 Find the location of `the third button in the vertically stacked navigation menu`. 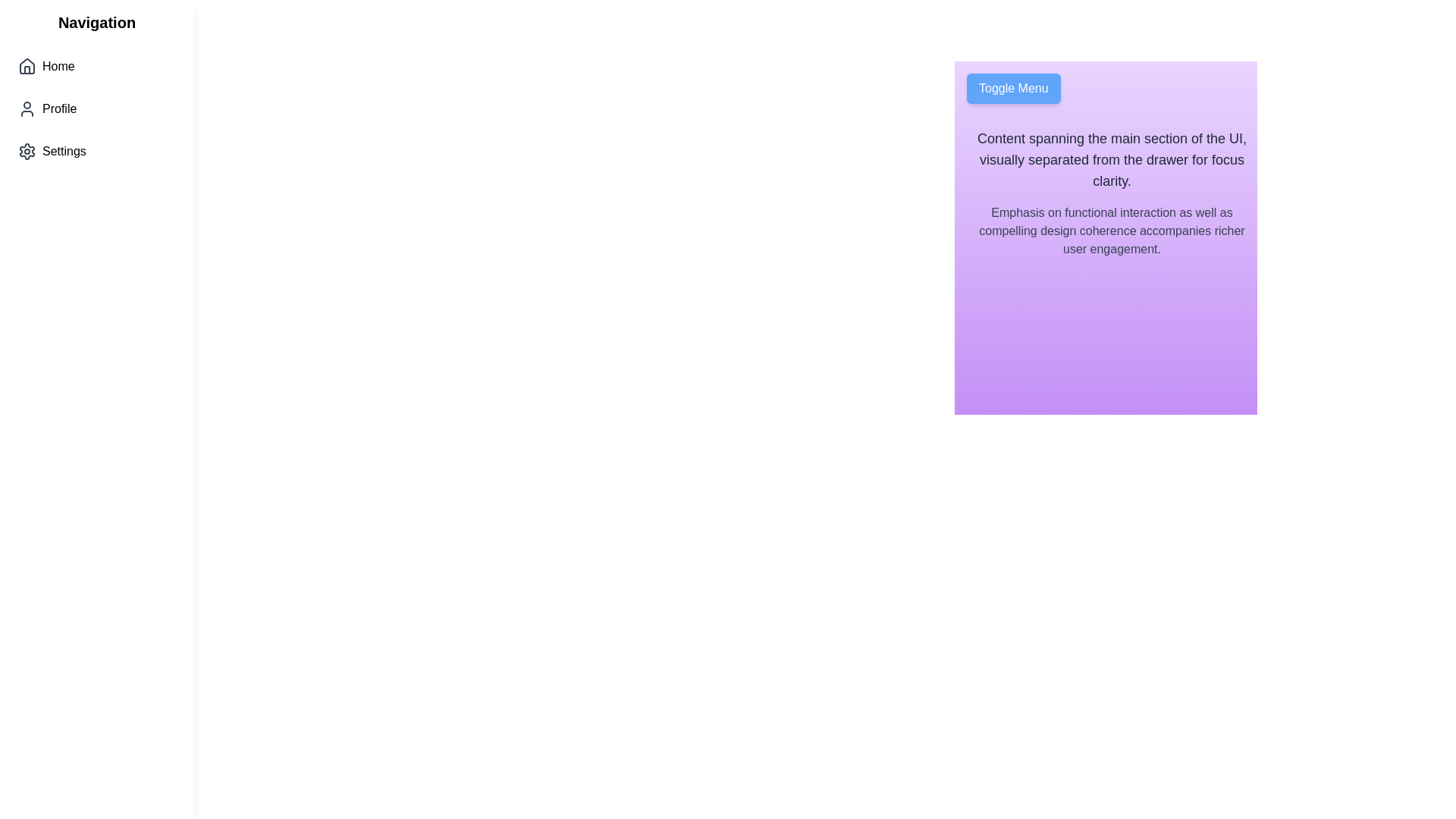

the third button in the vertically stacked navigation menu is located at coordinates (96, 152).